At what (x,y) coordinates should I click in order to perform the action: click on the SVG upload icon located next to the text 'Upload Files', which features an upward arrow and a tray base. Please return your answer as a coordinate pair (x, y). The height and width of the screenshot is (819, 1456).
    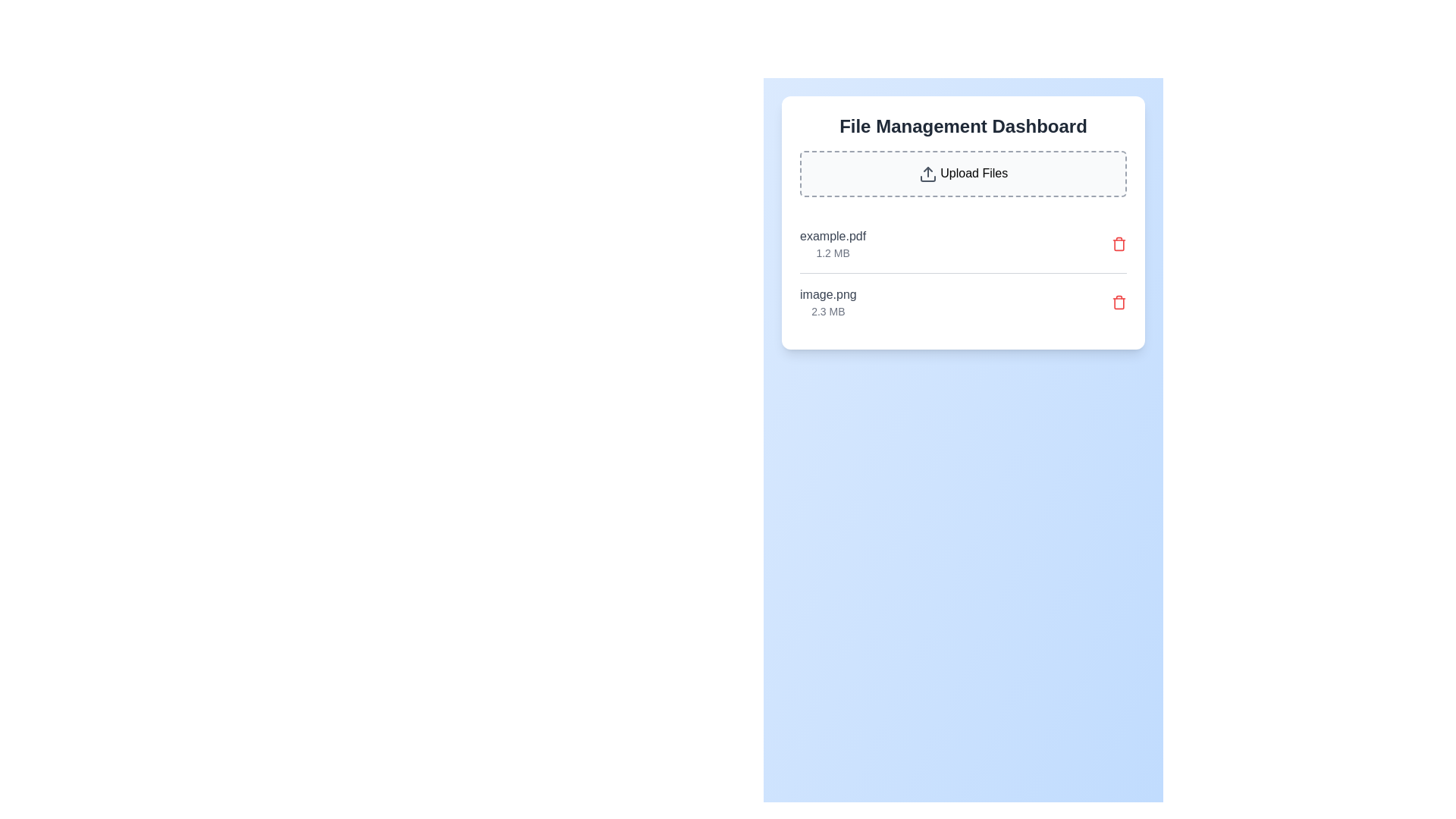
    Looking at the image, I should click on (927, 173).